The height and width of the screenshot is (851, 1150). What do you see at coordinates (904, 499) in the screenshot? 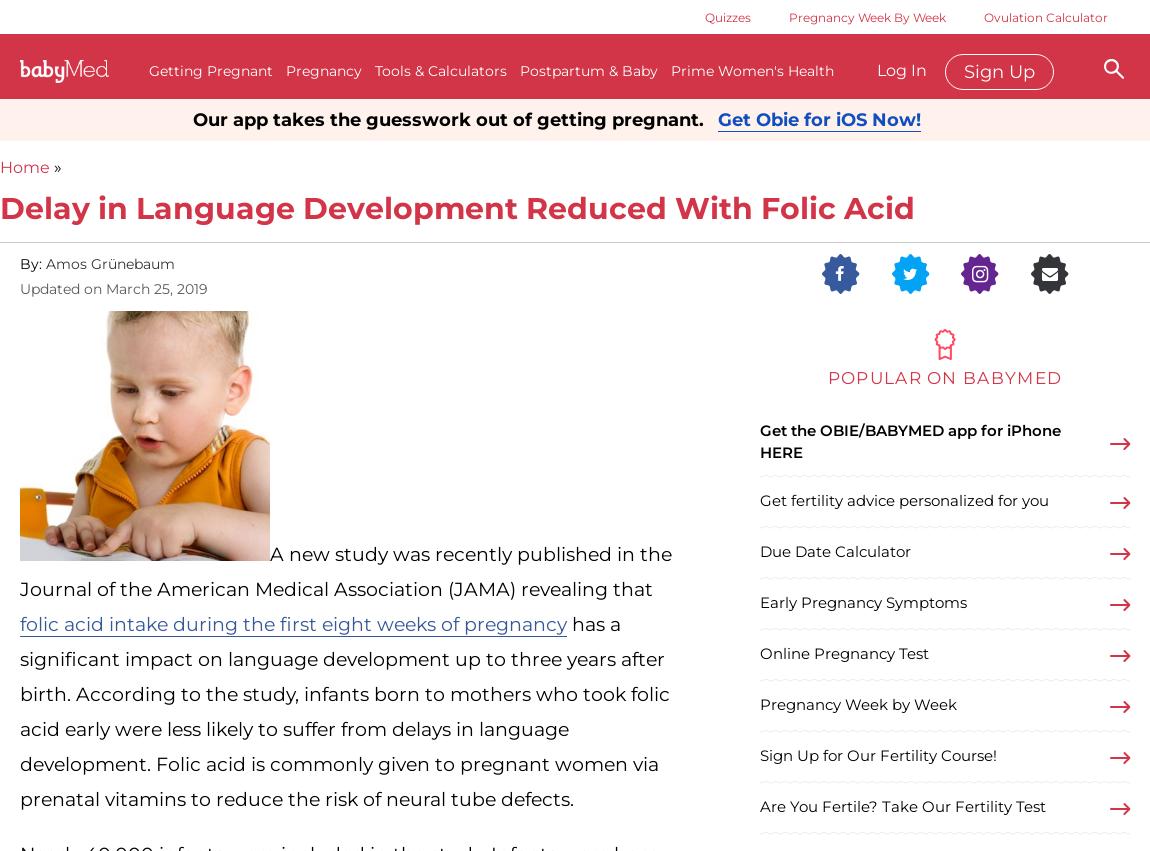
I see `'Get fertility advice personalized for you'` at bounding box center [904, 499].